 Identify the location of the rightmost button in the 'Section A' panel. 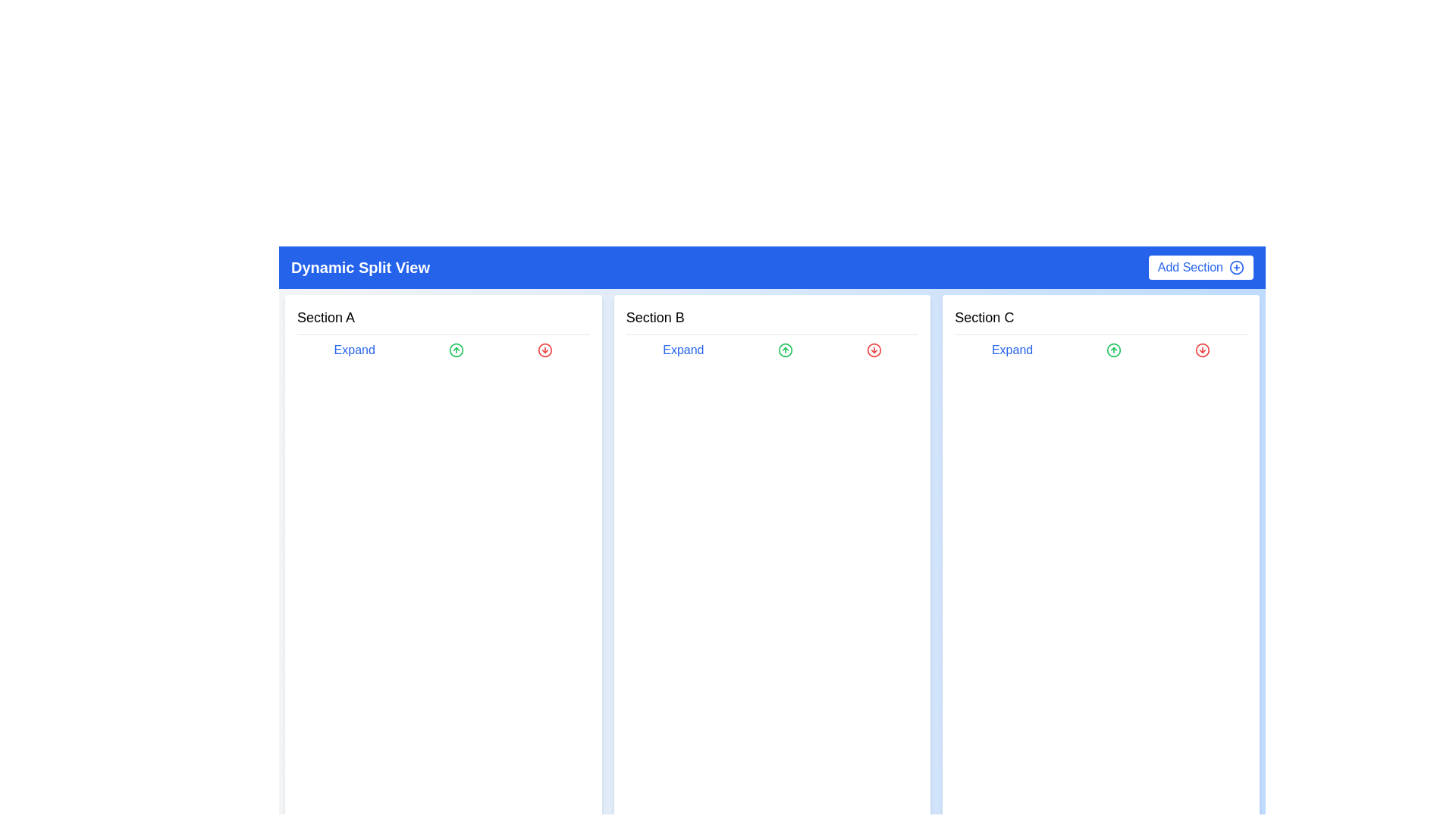
(545, 350).